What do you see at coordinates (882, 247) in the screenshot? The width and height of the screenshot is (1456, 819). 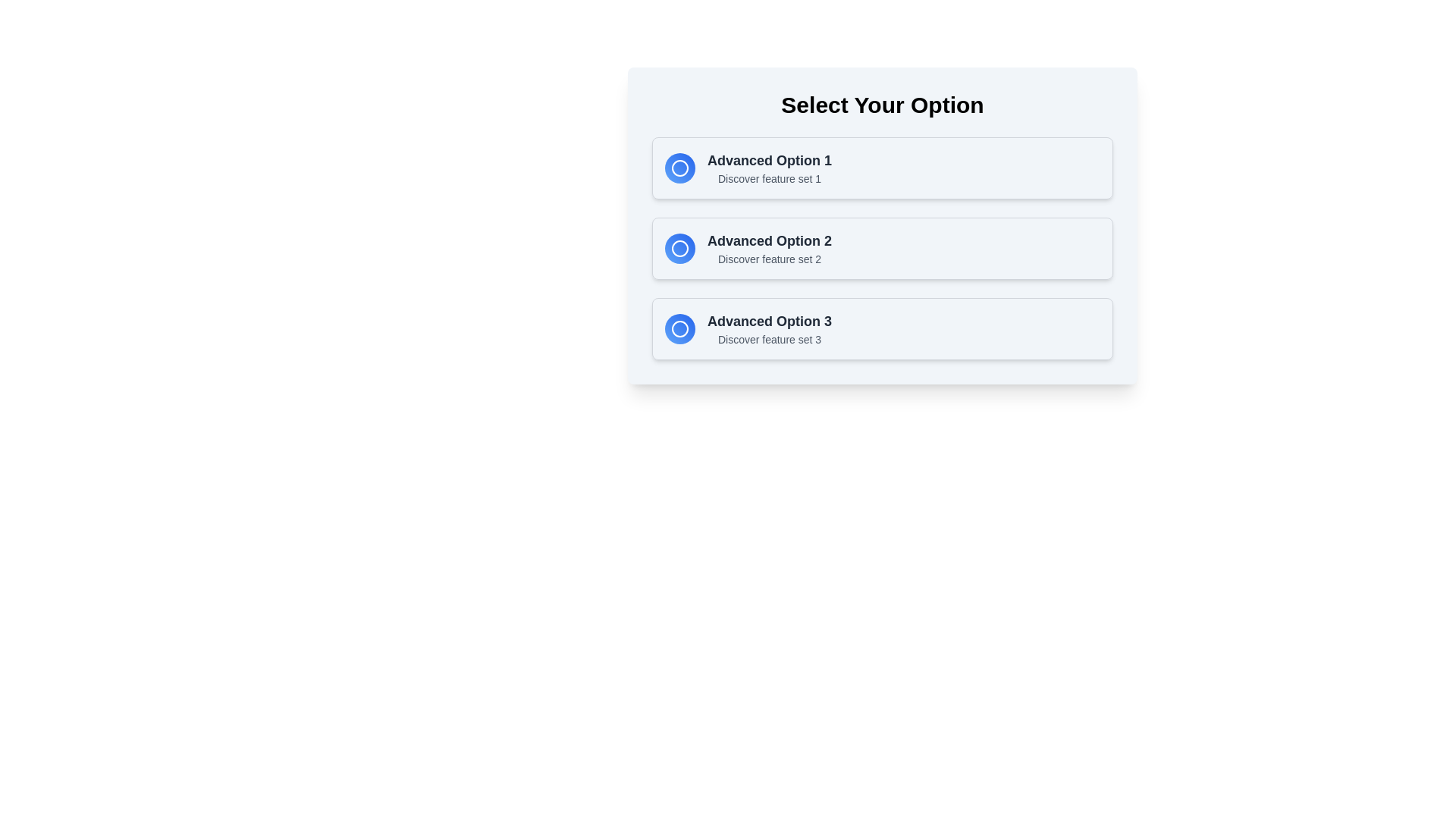 I see `the second selectable option in the list under the 'Select Your Option' section` at bounding box center [882, 247].